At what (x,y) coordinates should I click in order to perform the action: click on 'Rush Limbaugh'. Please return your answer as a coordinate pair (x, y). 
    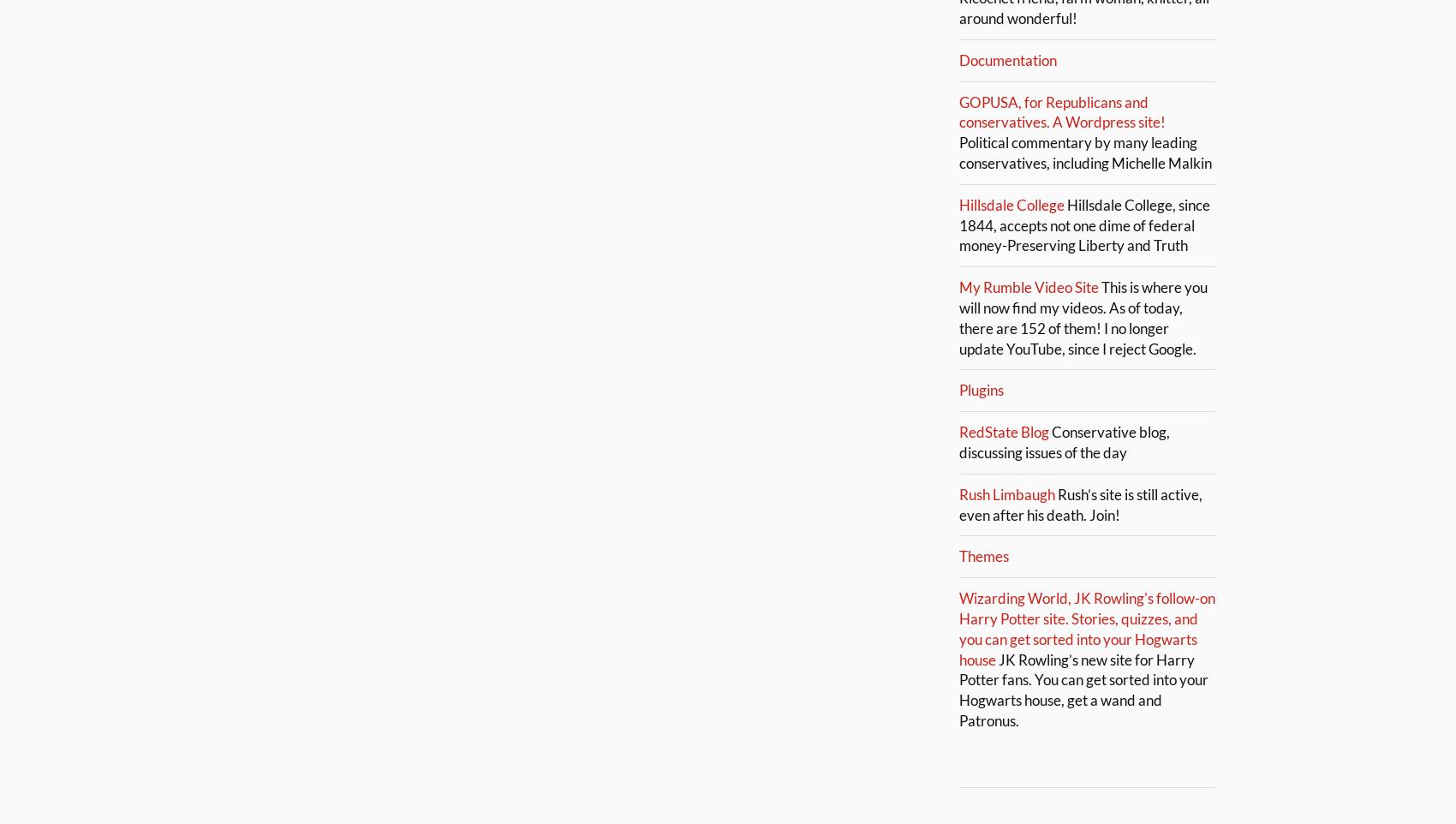
    Looking at the image, I should click on (1006, 493).